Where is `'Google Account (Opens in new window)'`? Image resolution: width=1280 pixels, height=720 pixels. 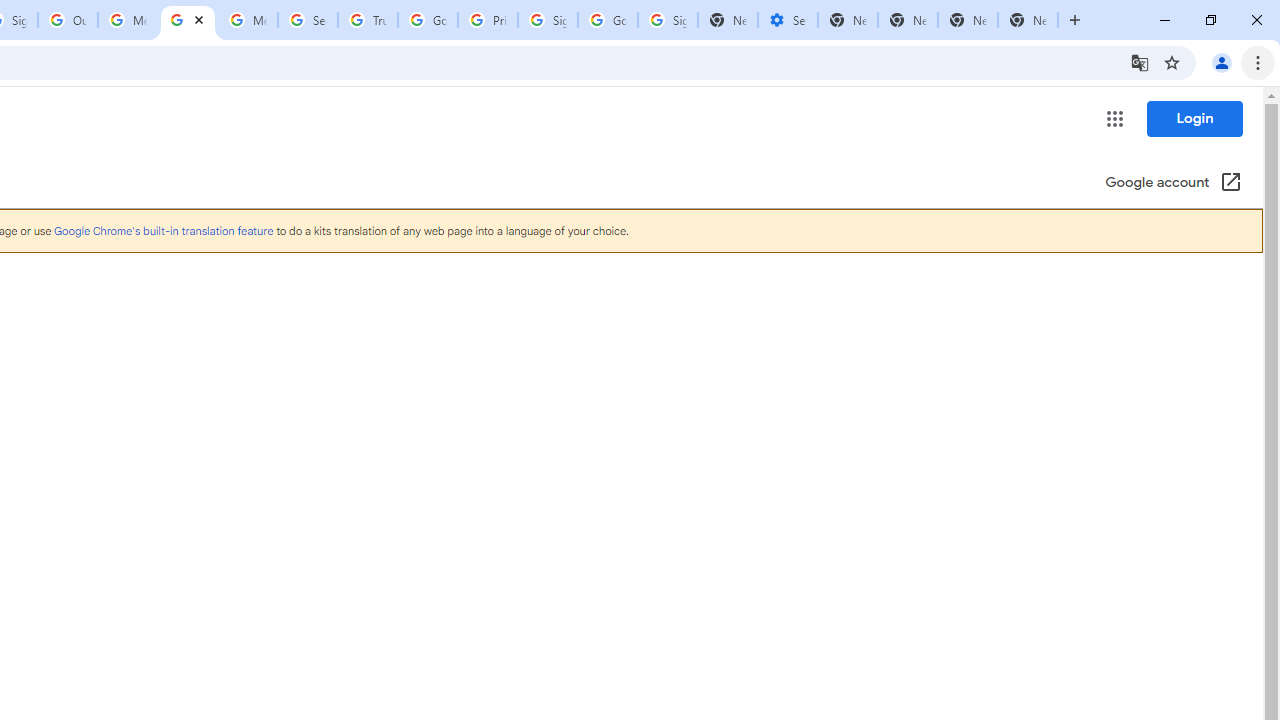 'Google Account (Opens in new window)' is located at coordinates (1173, 183).